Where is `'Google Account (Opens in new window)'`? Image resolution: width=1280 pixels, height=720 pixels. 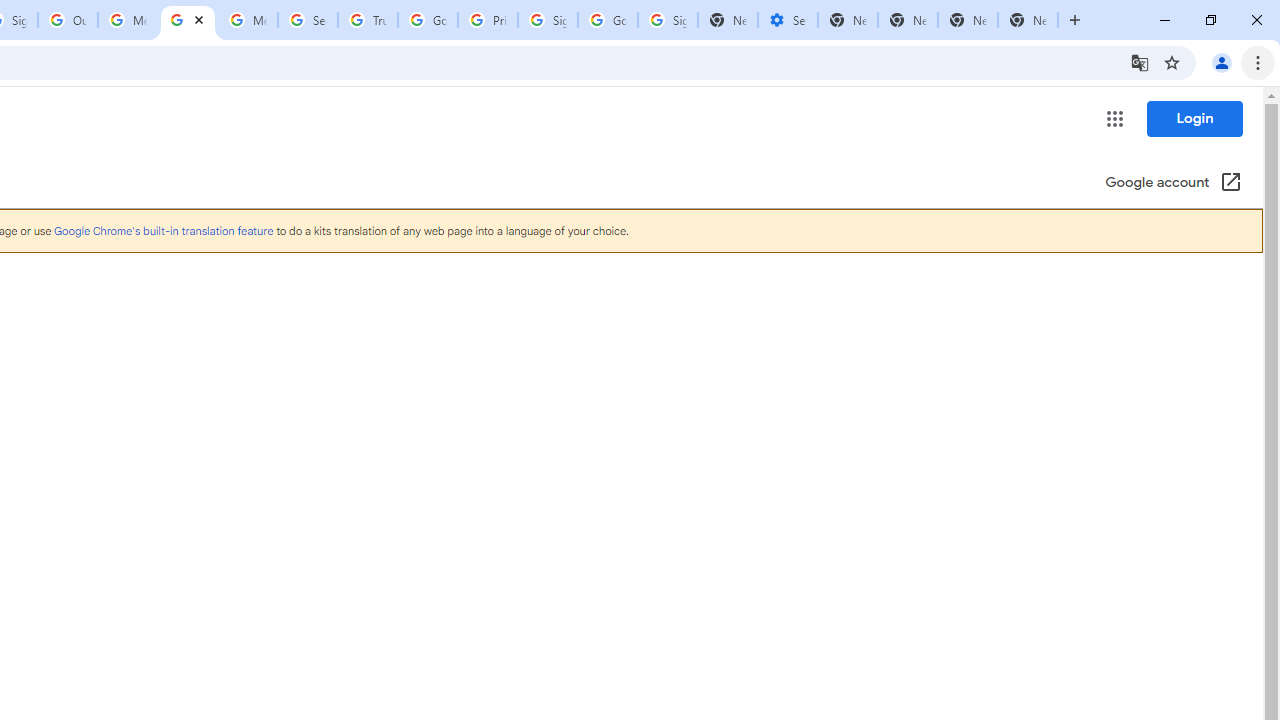 'Google Account (Opens in new window)' is located at coordinates (1173, 183).